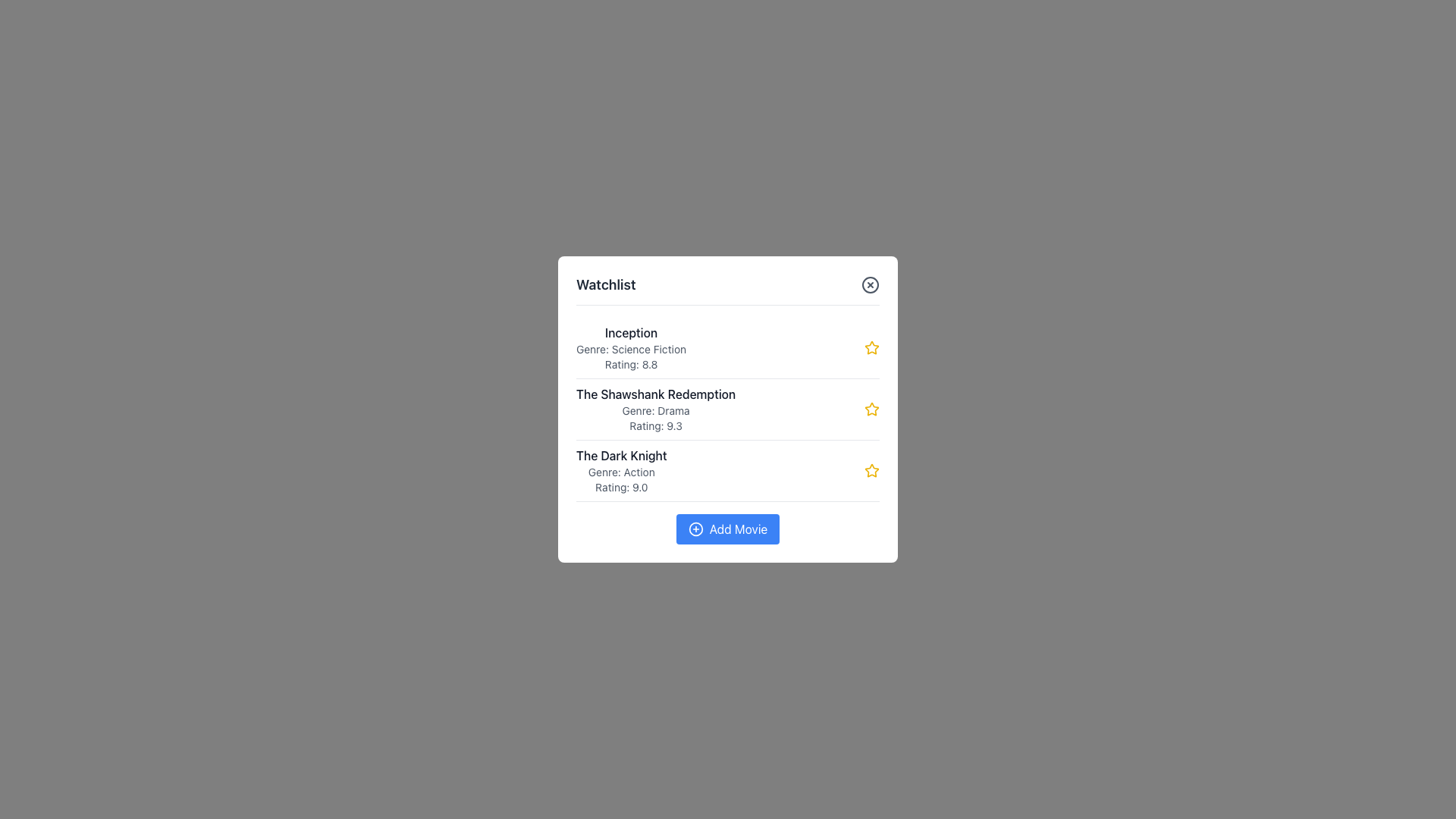 This screenshot has height=819, width=1456. I want to click on the Text Display element that shows movie details including title, genre, and rating, located in the first row of the 'Watchlist' modal, so click(631, 348).